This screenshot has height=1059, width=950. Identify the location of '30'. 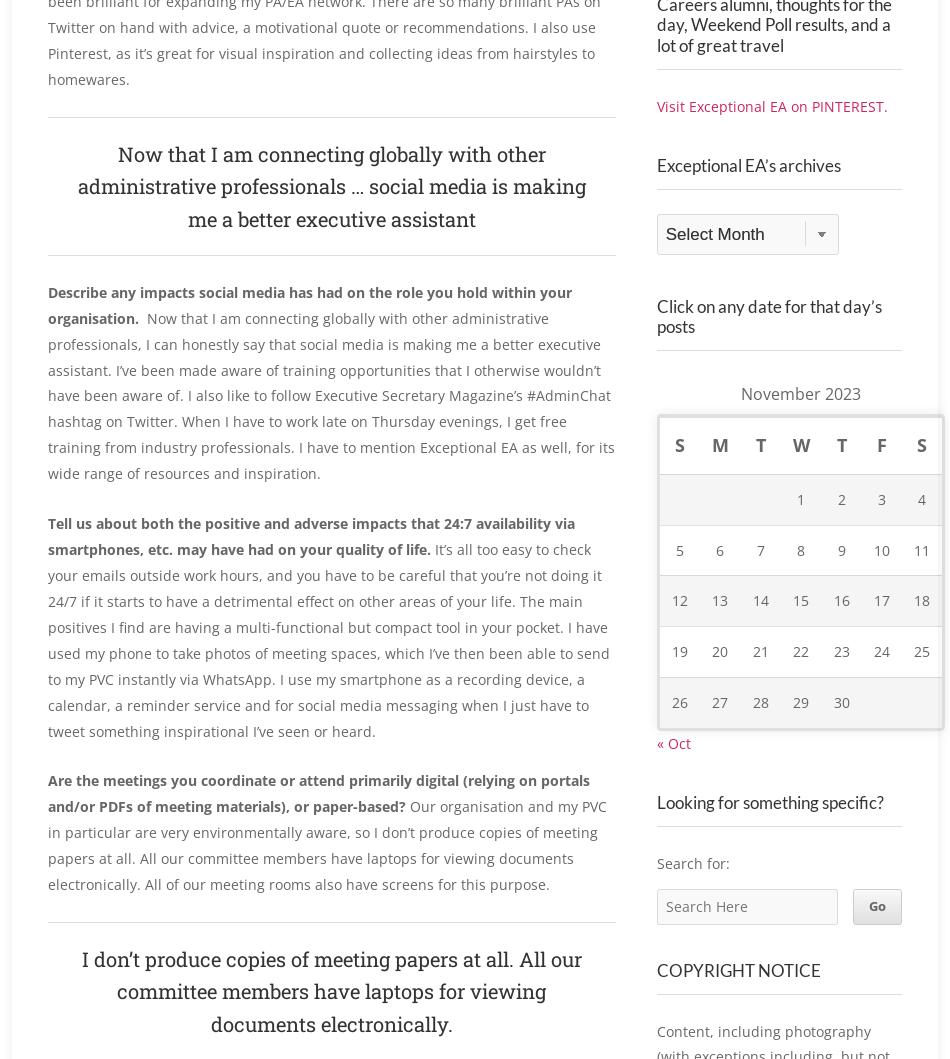
(840, 746).